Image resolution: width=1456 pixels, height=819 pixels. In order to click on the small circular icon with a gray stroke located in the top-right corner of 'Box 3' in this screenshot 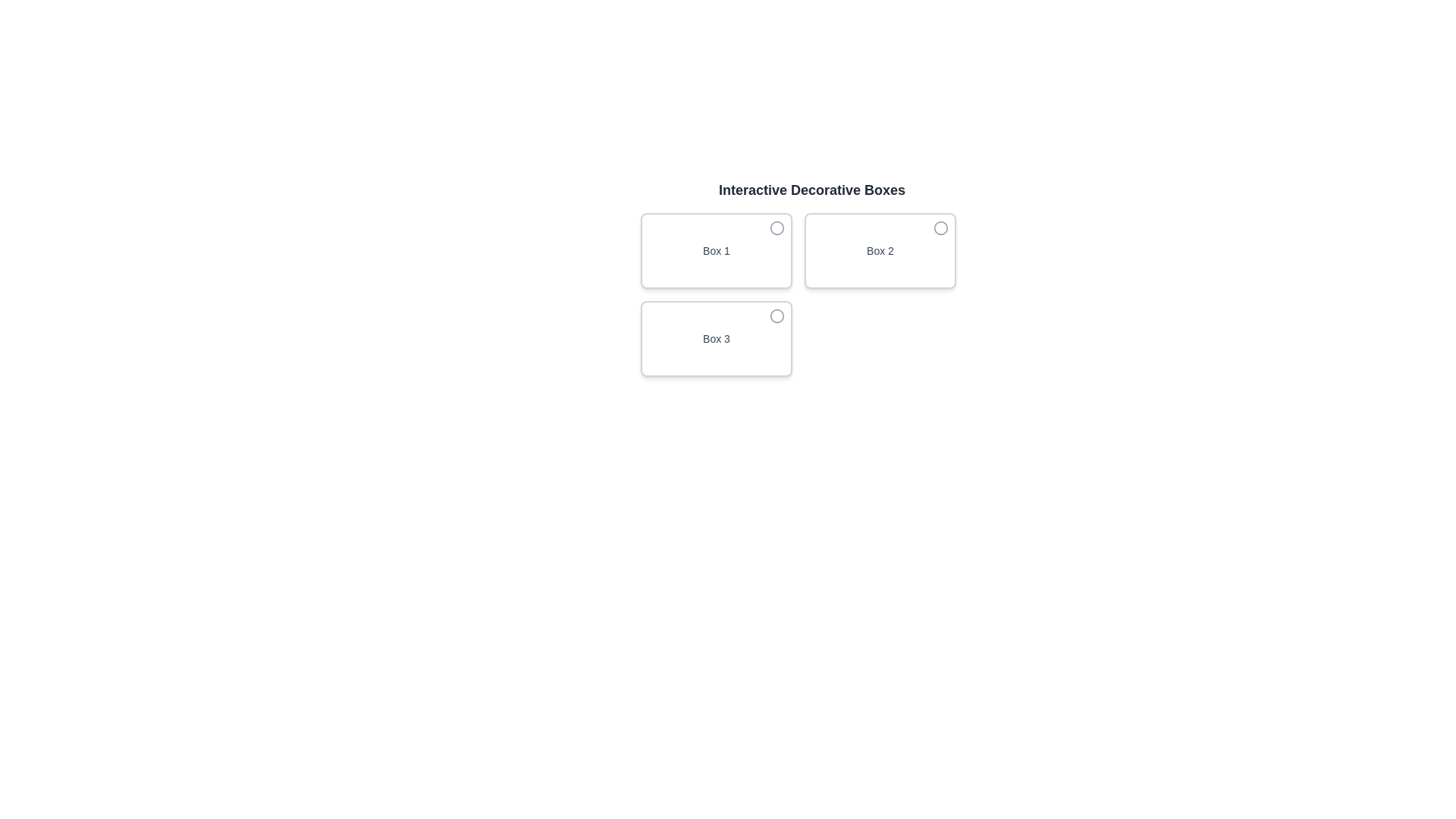, I will do `click(777, 315)`.